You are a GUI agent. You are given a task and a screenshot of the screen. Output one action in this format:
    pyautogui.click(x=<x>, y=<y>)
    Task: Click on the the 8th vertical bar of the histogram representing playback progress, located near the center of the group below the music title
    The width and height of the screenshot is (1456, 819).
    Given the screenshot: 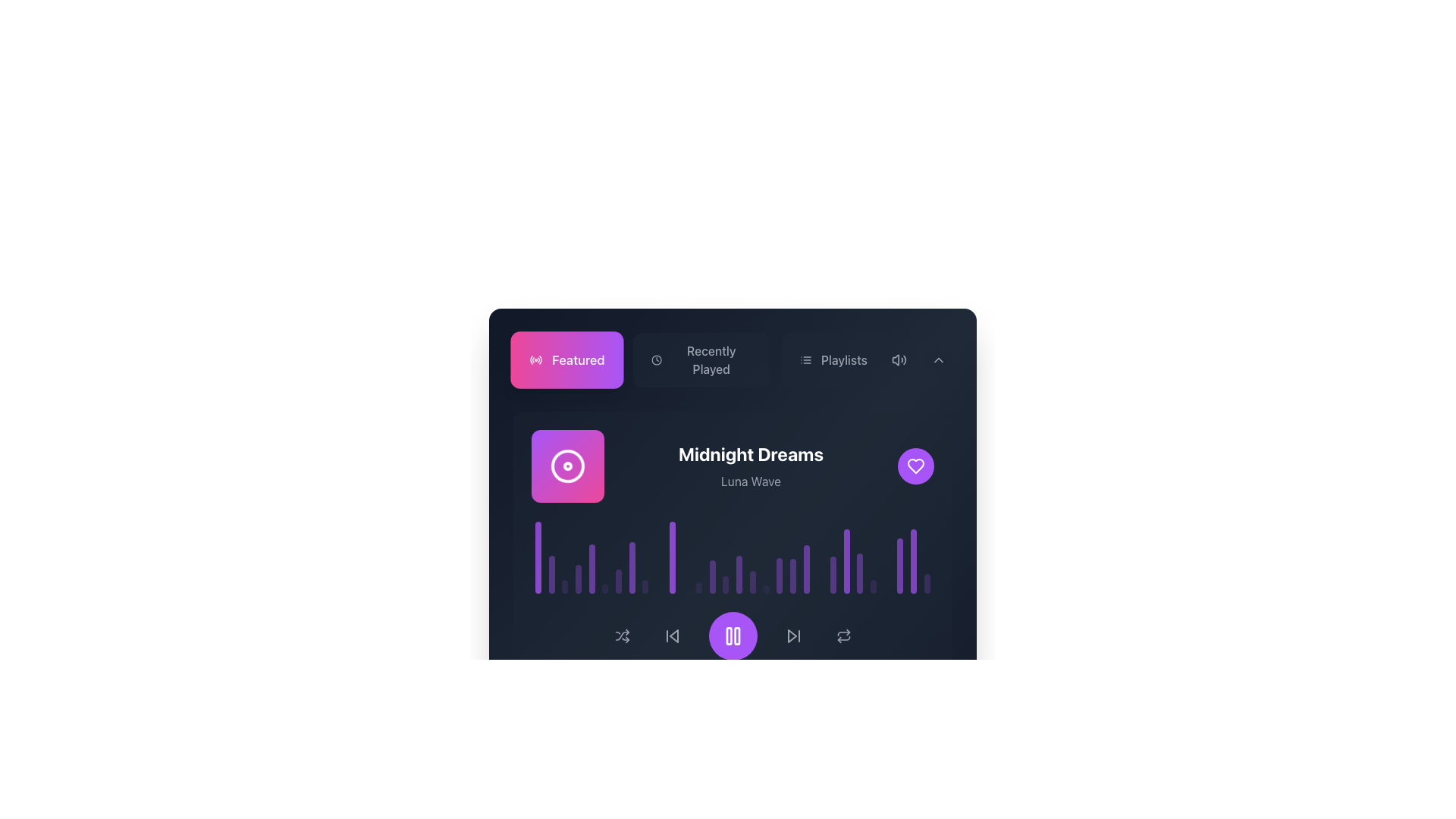 What is the action you would take?
    pyautogui.click(x=632, y=567)
    